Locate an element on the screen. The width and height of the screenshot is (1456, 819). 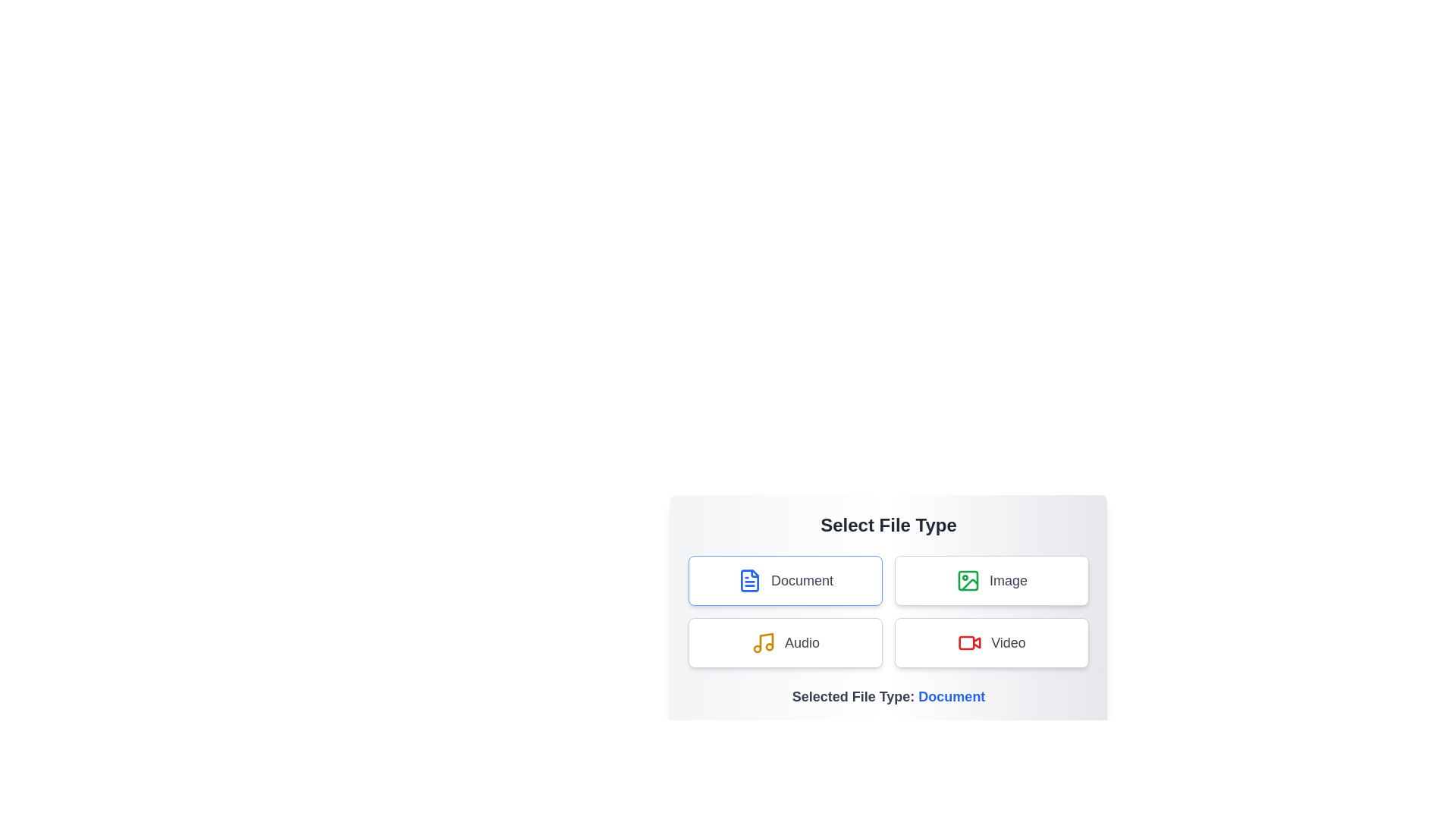
the red video icon that features a classic camera shape with a triangular play symbol, located to the left of the 'Video' text label within the 'Video' selection button is located at coordinates (969, 643).